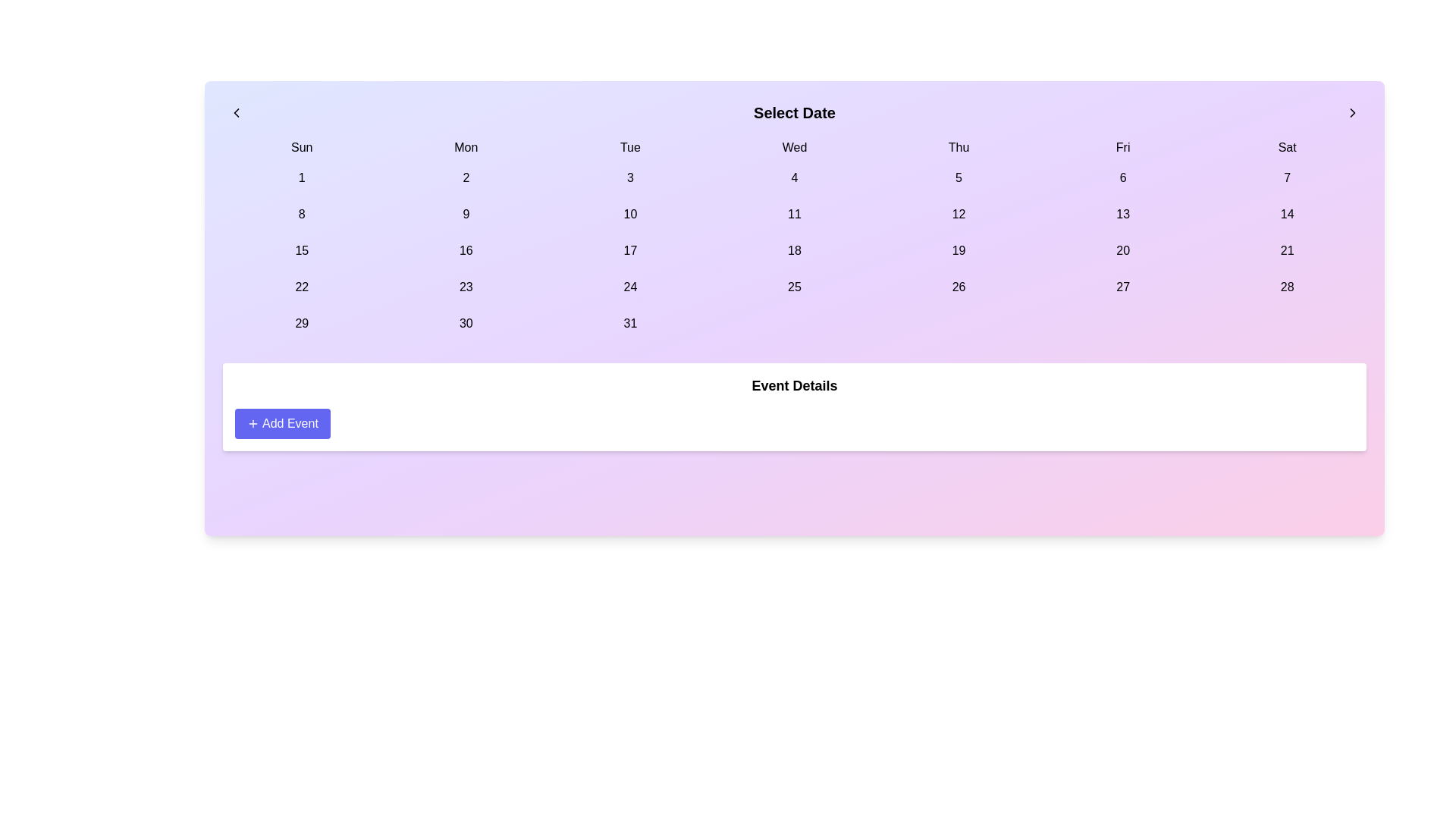 This screenshot has height=819, width=1456. What do you see at coordinates (1286, 177) in the screenshot?
I see `the button representing the date '7'` at bounding box center [1286, 177].